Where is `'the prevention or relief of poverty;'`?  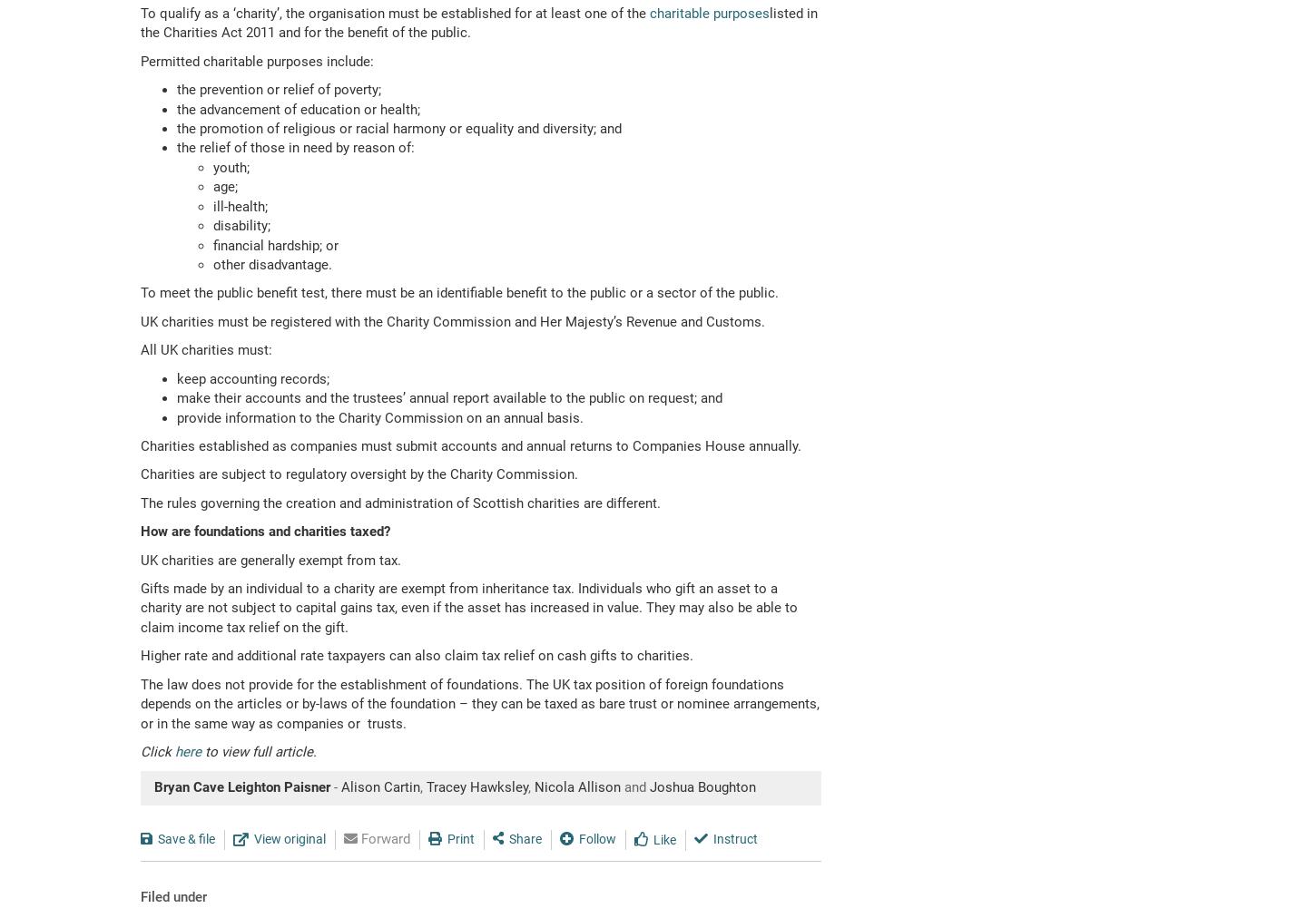
'the prevention or relief of poverty;' is located at coordinates (279, 88).